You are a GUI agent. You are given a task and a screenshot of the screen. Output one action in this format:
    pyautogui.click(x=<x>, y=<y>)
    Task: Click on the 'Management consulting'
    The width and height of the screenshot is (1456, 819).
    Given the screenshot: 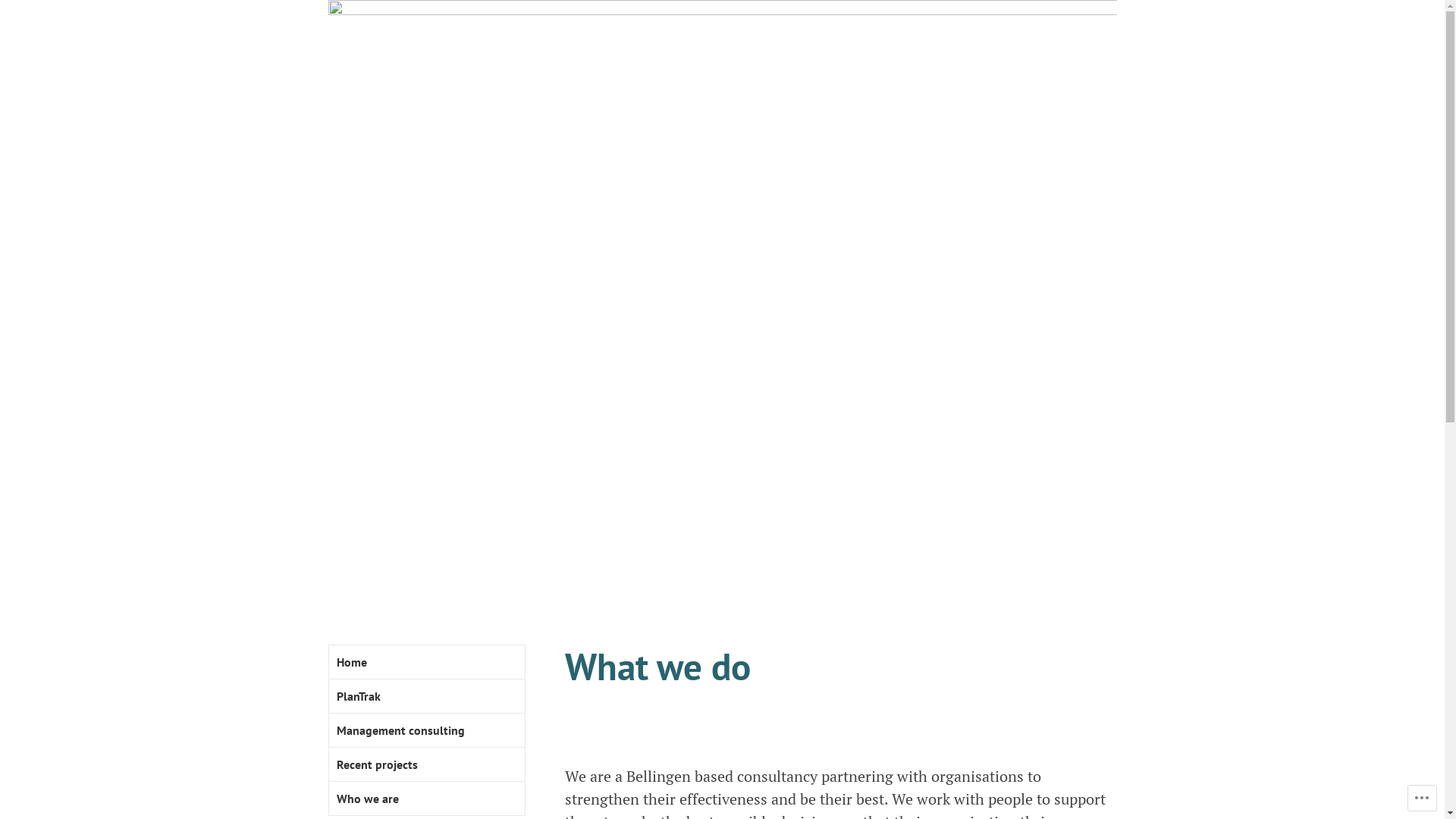 What is the action you would take?
    pyautogui.click(x=328, y=730)
    